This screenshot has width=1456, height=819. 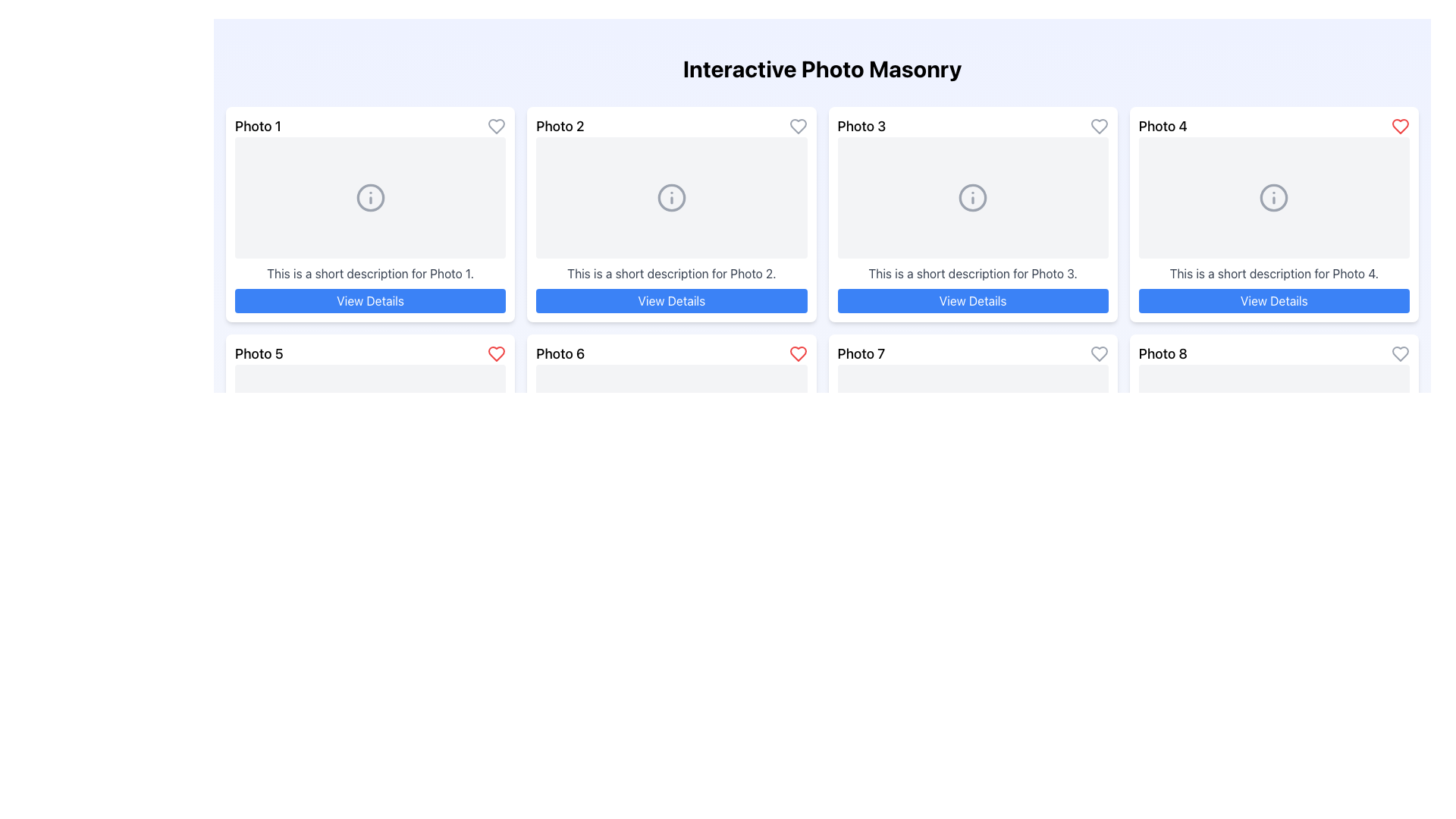 I want to click on the heart icon located at the top-right corner of the 'Photo 8' card, so click(x=1400, y=353).